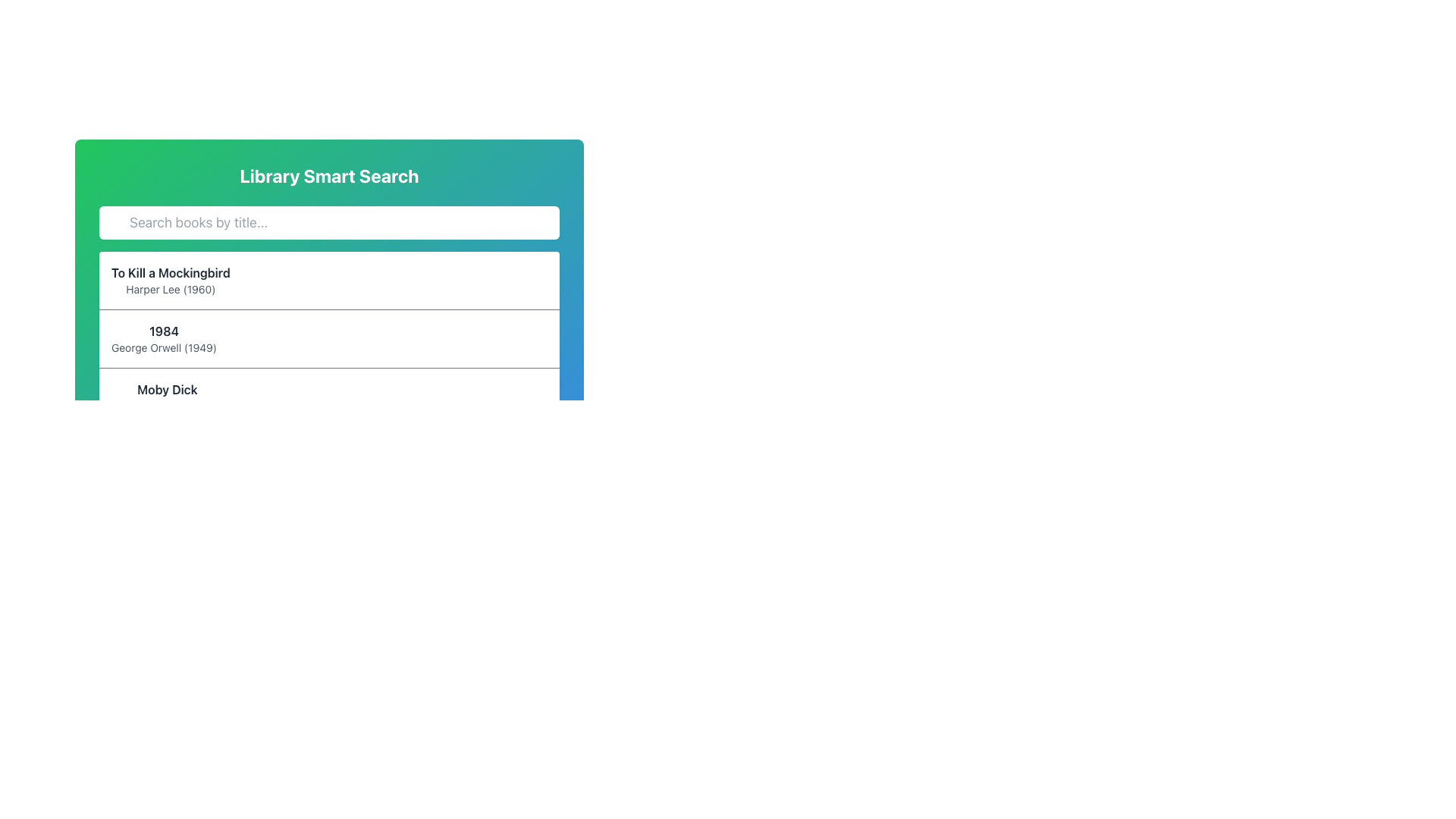 This screenshot has width=1456, height=819. What do you see at coordinates (164, 348) in the screenshot?
I see `attribution information text label located underneath the title '1984', which includes the author's name and year of publication` at bounding box center [164, 348].